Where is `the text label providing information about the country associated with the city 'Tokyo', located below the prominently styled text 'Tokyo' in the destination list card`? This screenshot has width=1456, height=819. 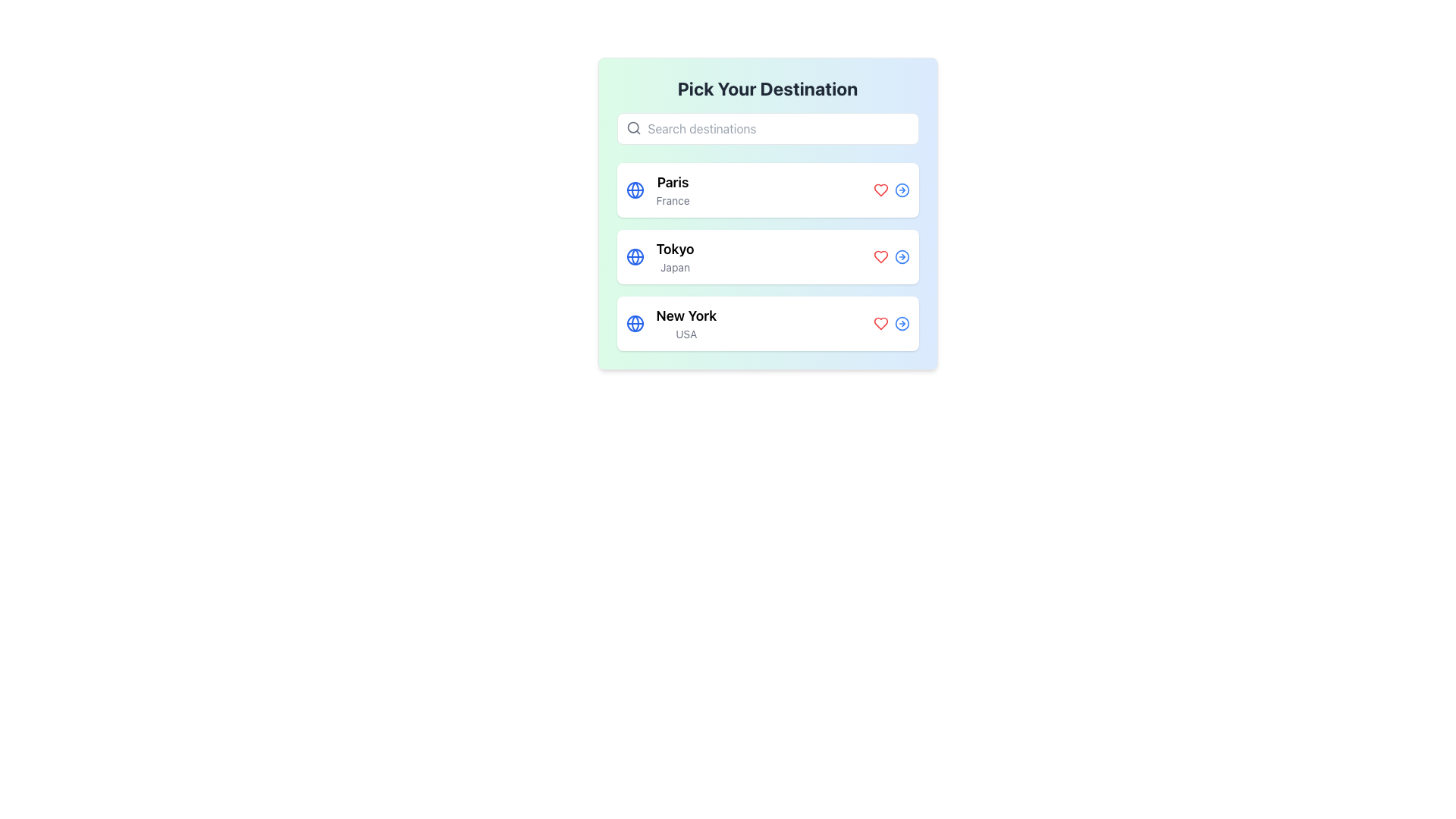 the text label providing information about the country associated with the city 'Tokyo', located below the prominently styled text 'Tokyo' in the destination list card is located at coordinates (674, 267).